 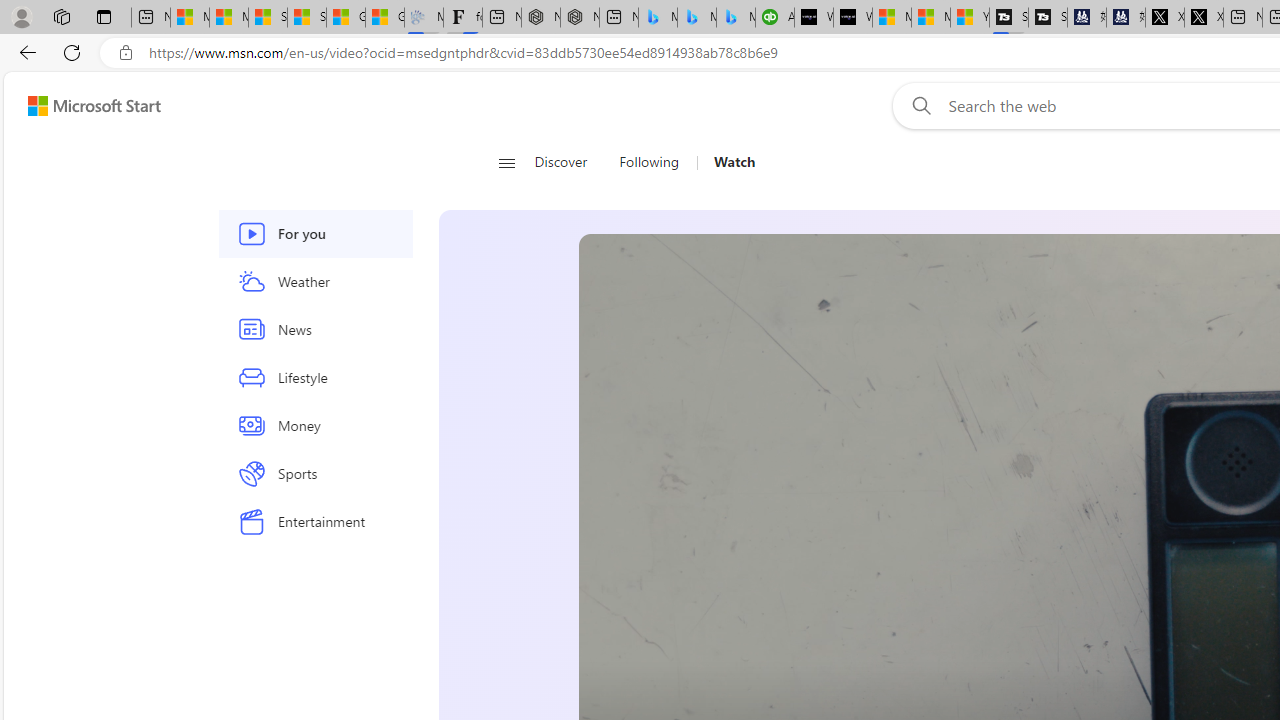 I want to click on 'Web search', so click(x=916, y=105).